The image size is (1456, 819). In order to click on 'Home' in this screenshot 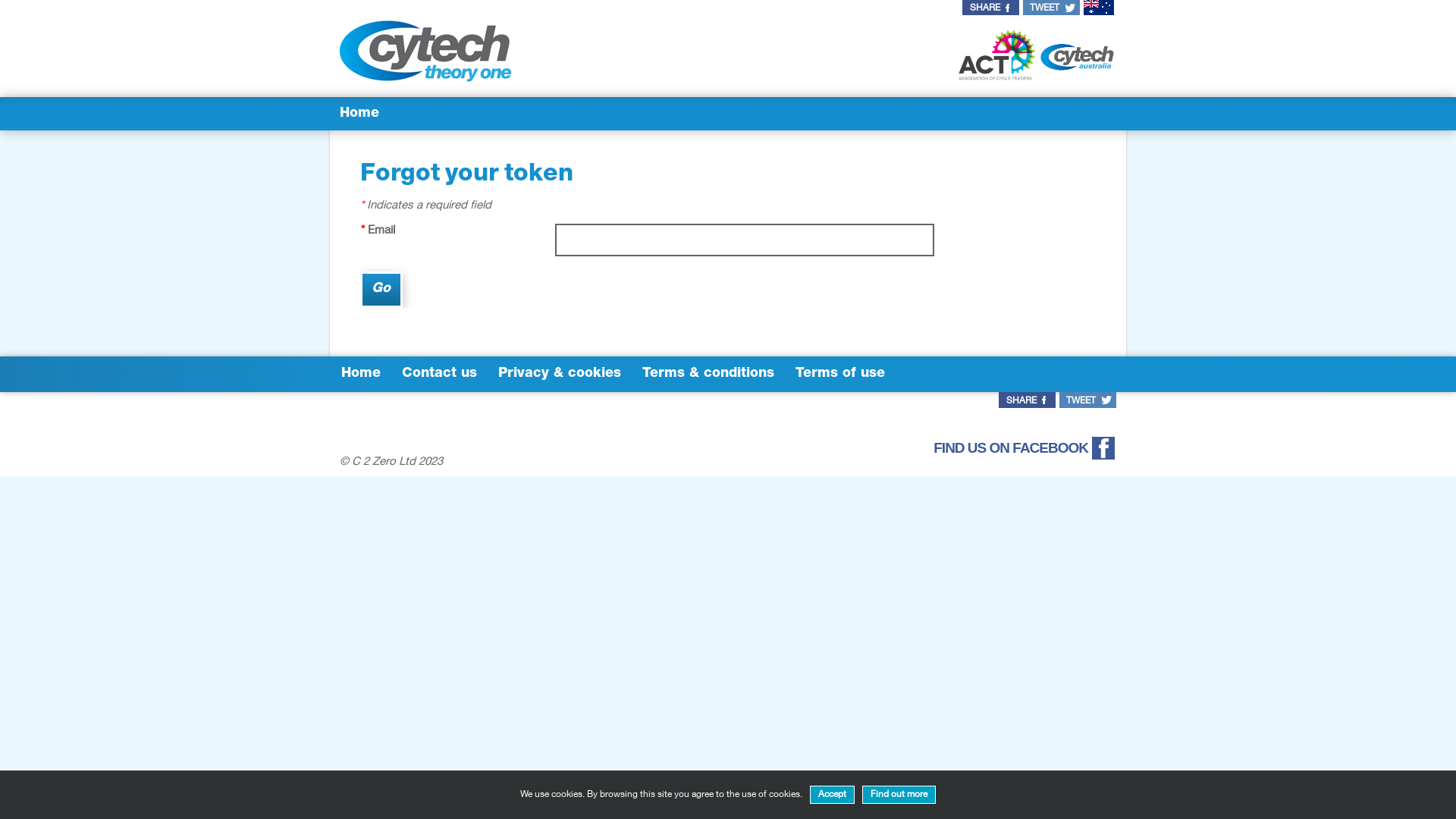, I will do `click(359, 113)`.